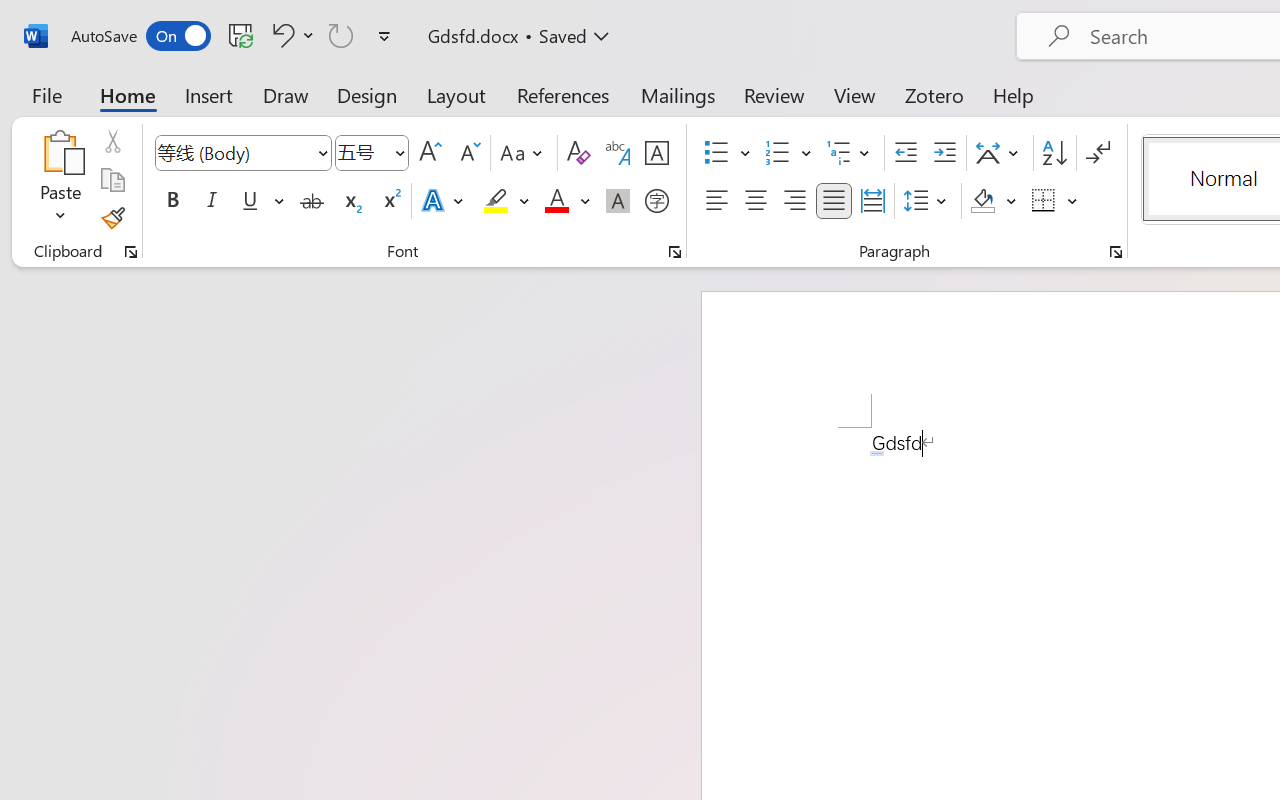 The image size is (1280, 800). What do you see at coordinates (350, 201) in the screenshot?
I see `'Subscript'` at bounding box center [350, 201].